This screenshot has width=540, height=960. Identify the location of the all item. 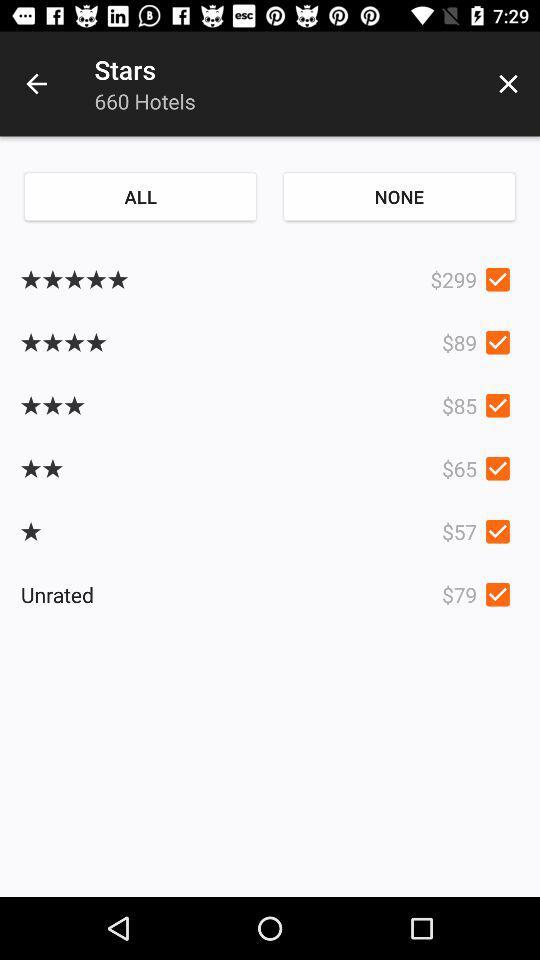
(139, 196).